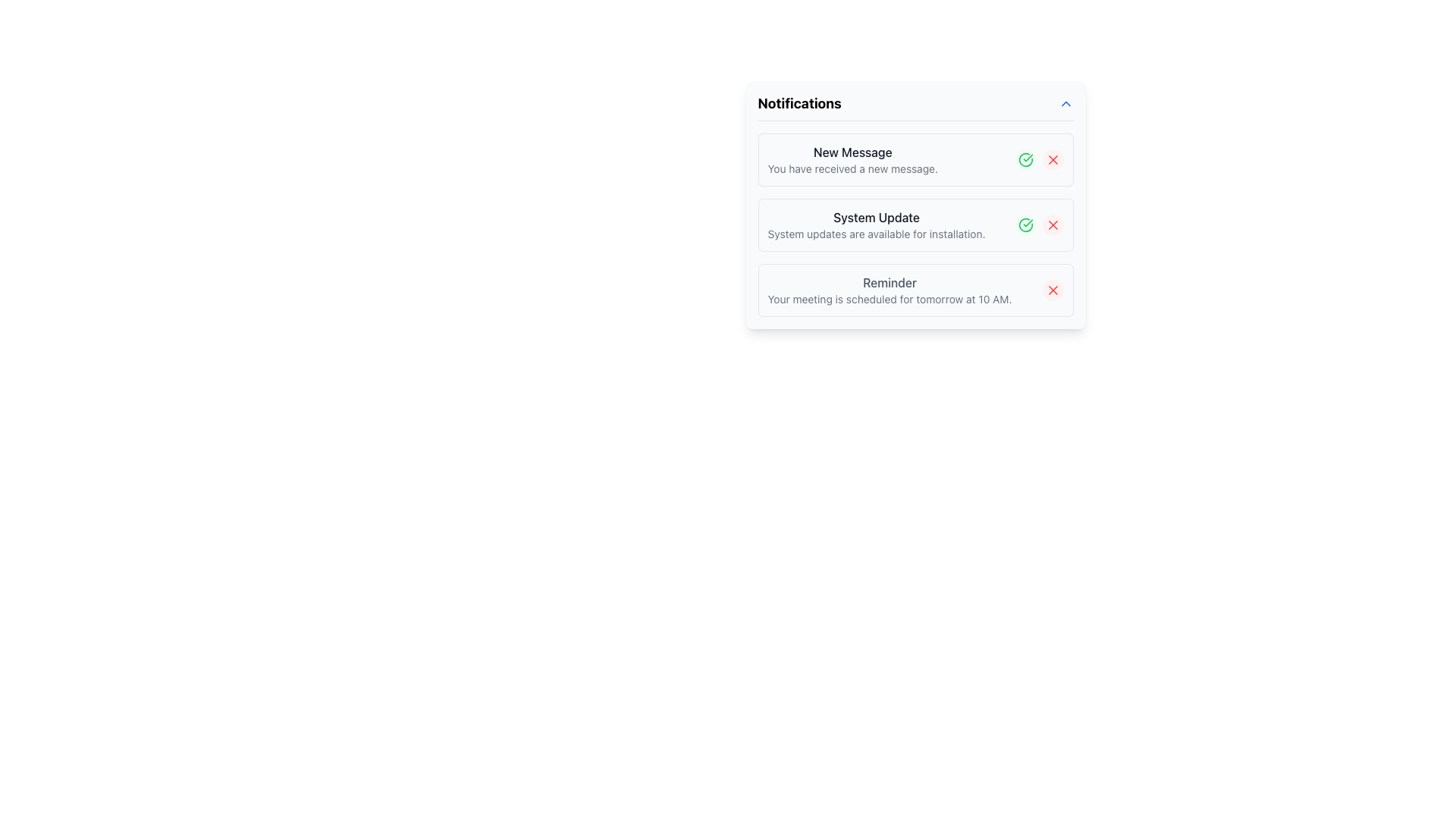  I want to click on the dismissal button located in the 'Reminder' row of the 'Notifications' section, positioned to the right of the meeting reminder text, so click(1052, 290).